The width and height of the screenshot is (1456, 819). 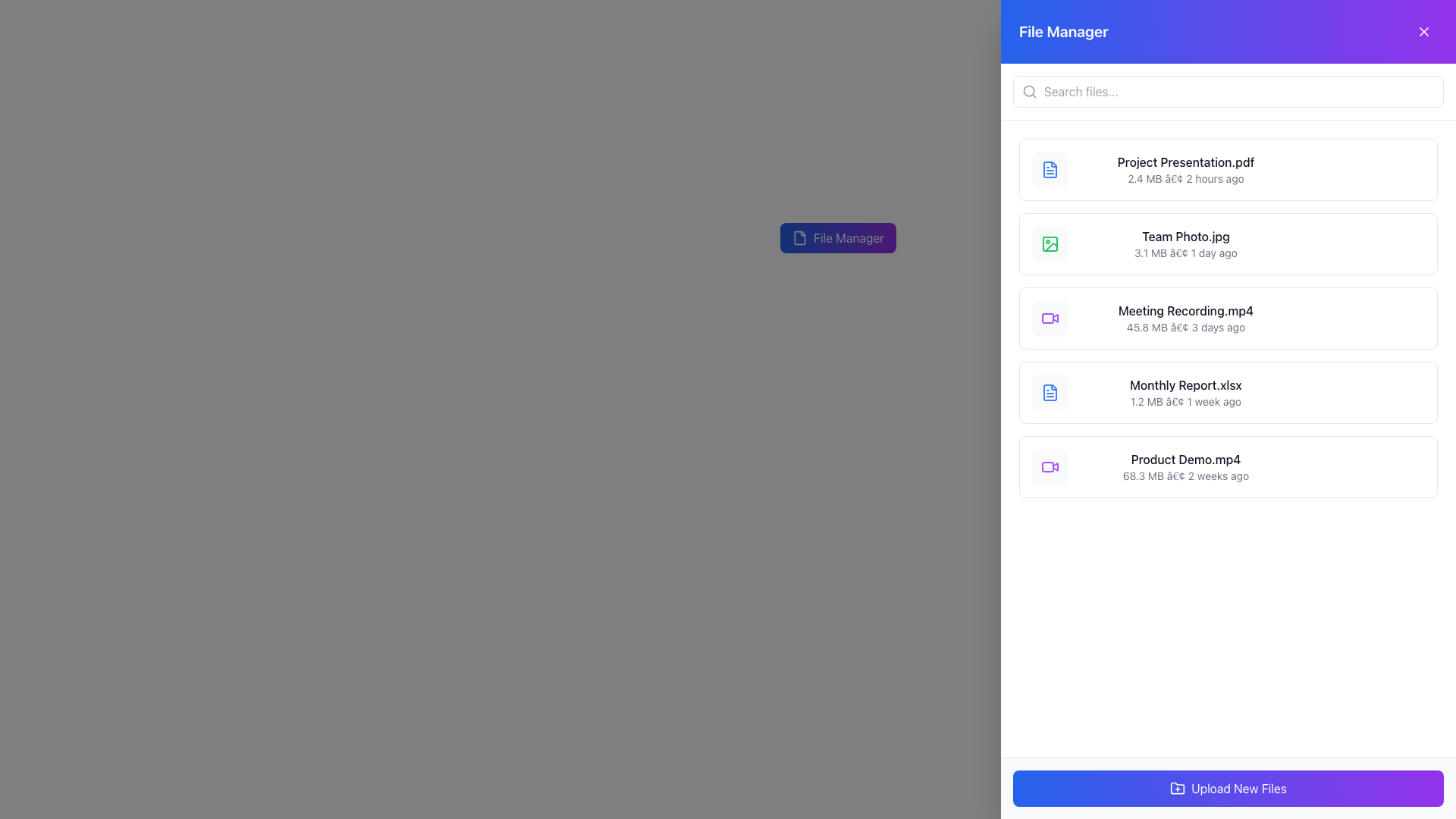 I want to click on the decorative file type icon located to the far left of the text 'Monthly Report.xlsx' in the fourth item of the vertically arranged file list, so click(x=1050, y=391).